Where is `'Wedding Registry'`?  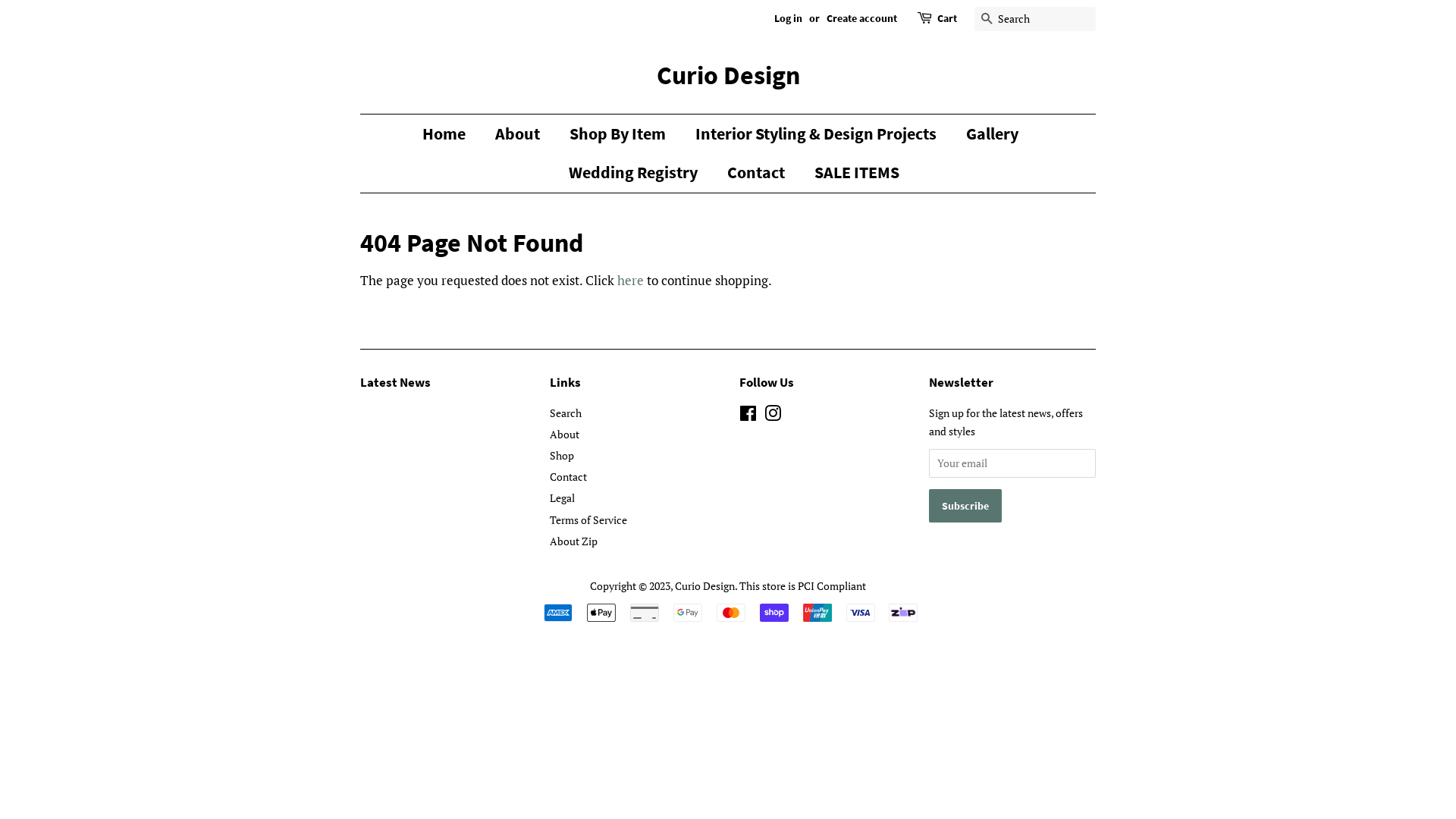
'Wedding Registry' is located at coordinates (556, 171).